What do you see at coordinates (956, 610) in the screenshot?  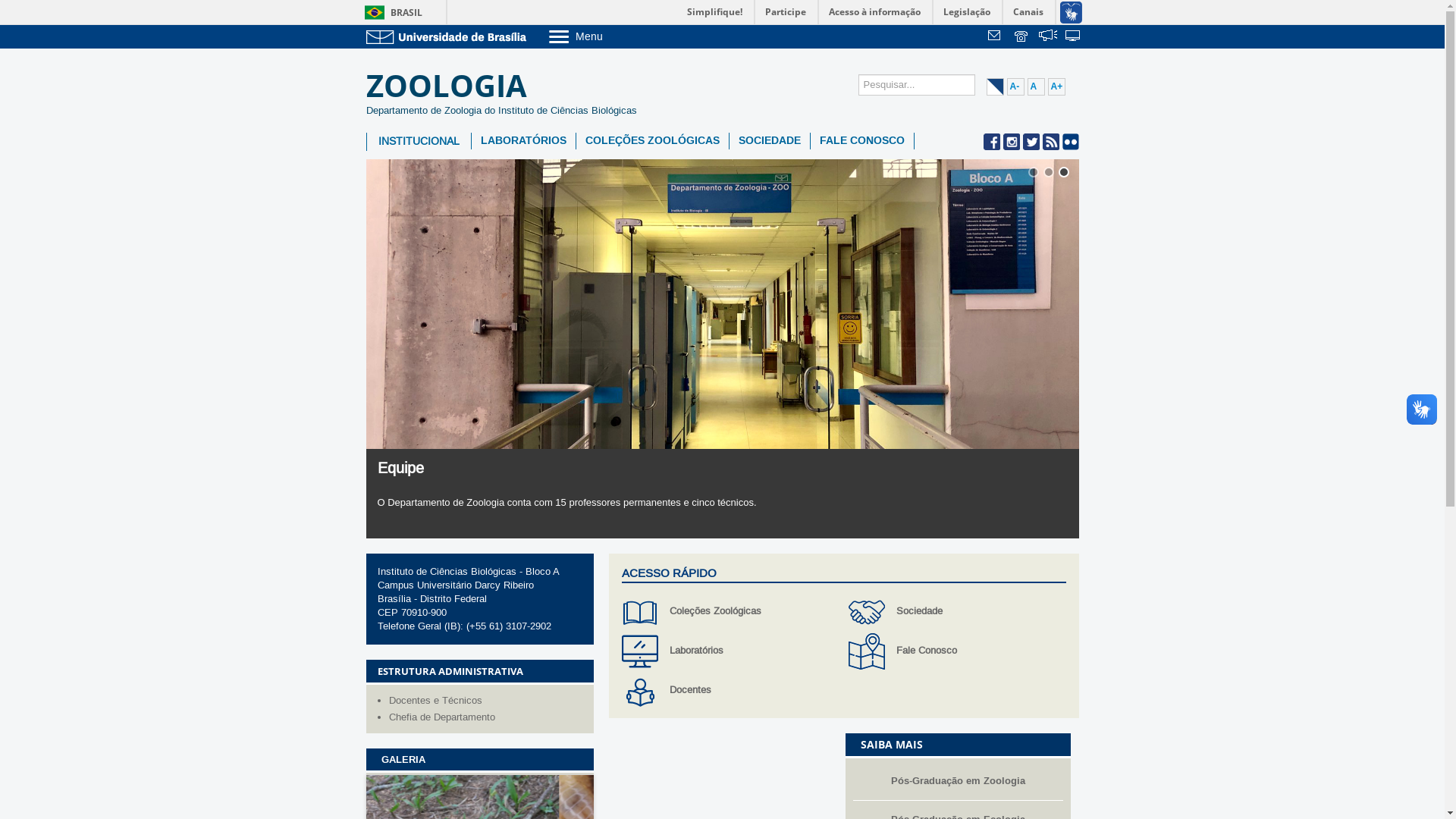 I see `'Sociedade'` at bounding box center [956, 610].